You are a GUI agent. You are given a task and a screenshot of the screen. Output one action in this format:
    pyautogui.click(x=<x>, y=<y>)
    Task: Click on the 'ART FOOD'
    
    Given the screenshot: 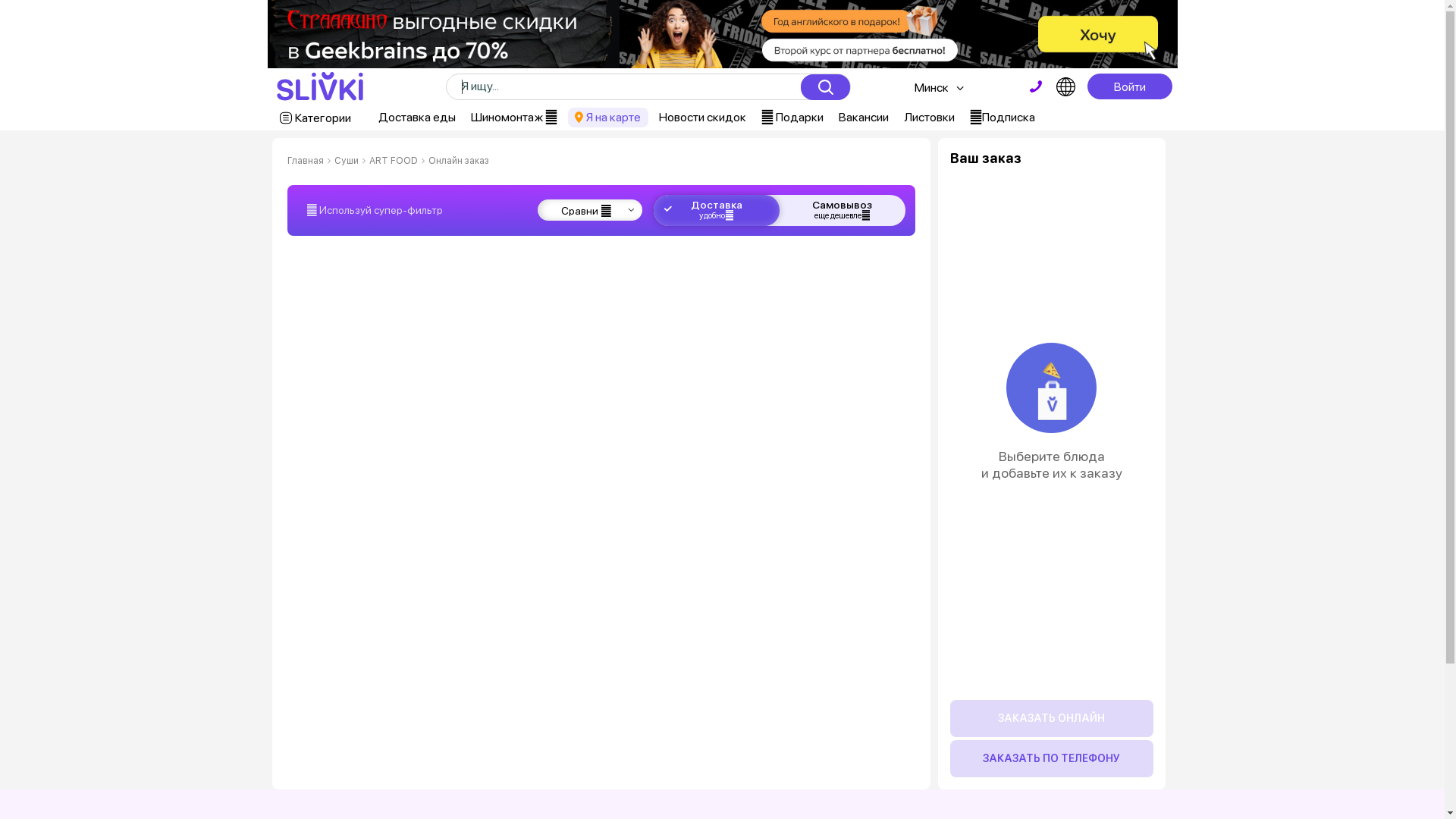 What is the action you would take?
    pyautogui.click(x=393, y=161)
    